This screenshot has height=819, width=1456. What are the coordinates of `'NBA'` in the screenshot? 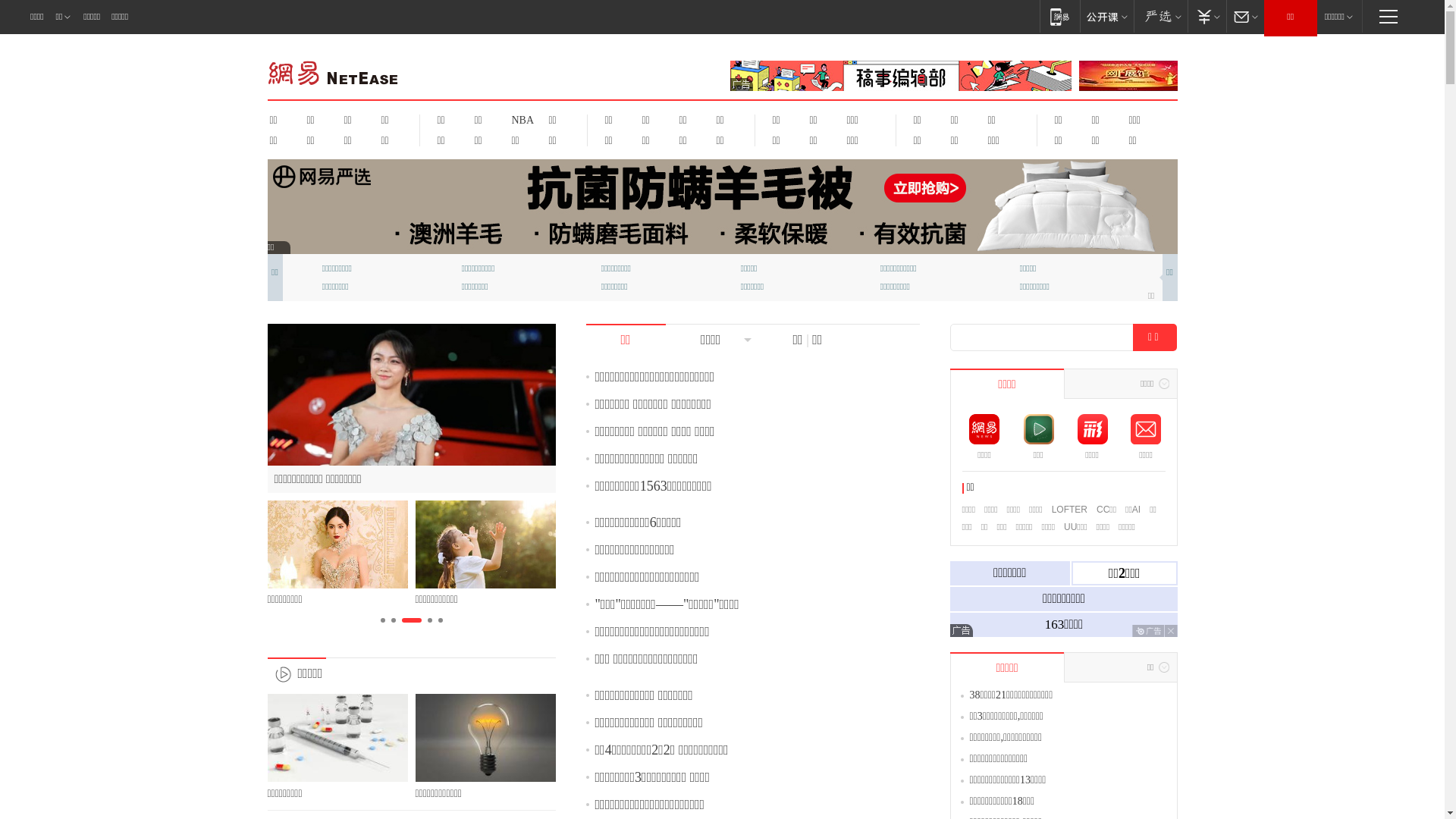 It's located at (520, 119).